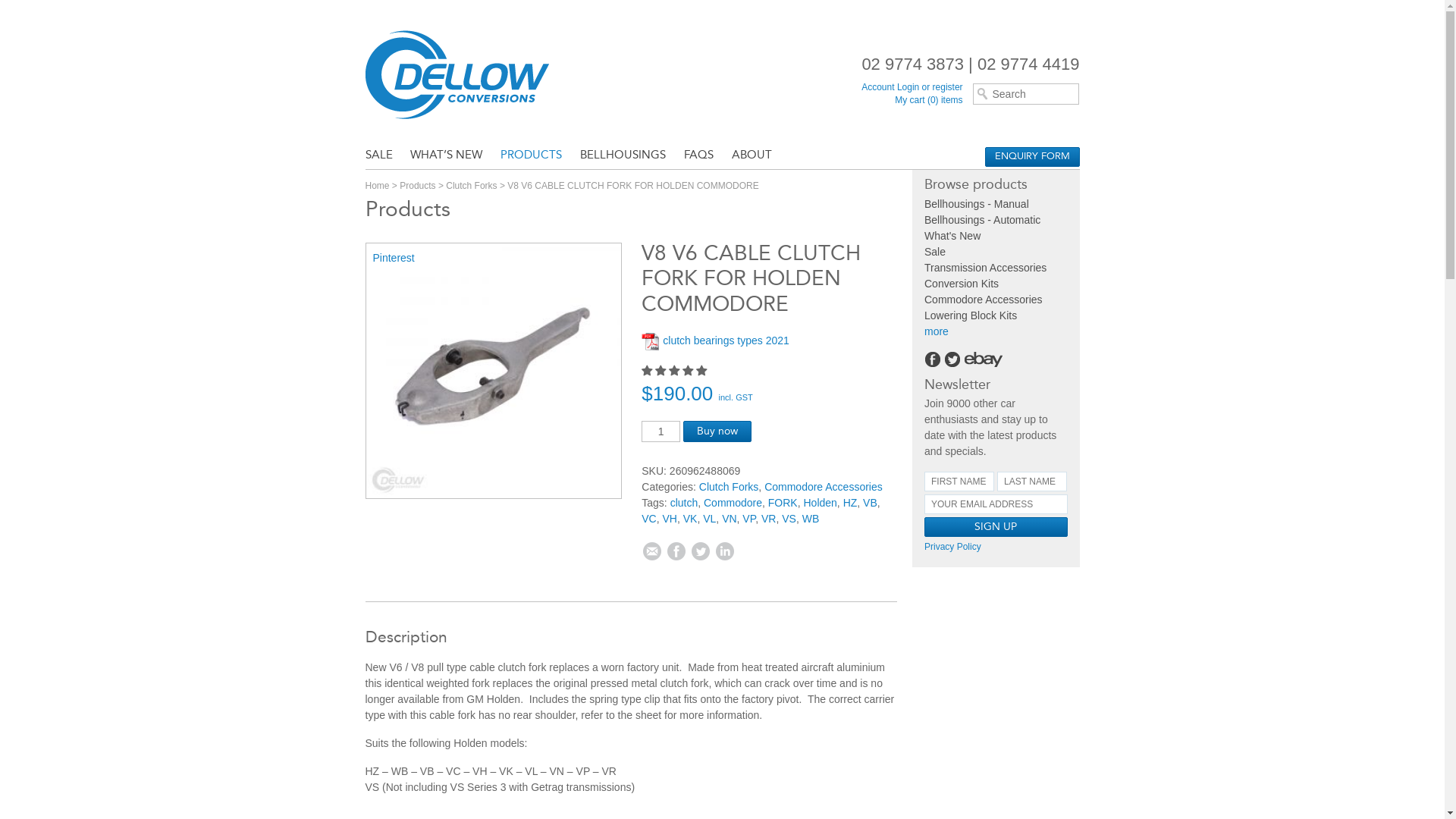 The image size is (1456, 819). What do you see at coordinates (927, 99) in the screenshot?
I see `'My cart (0) items'` at bounding box center [927, 99].